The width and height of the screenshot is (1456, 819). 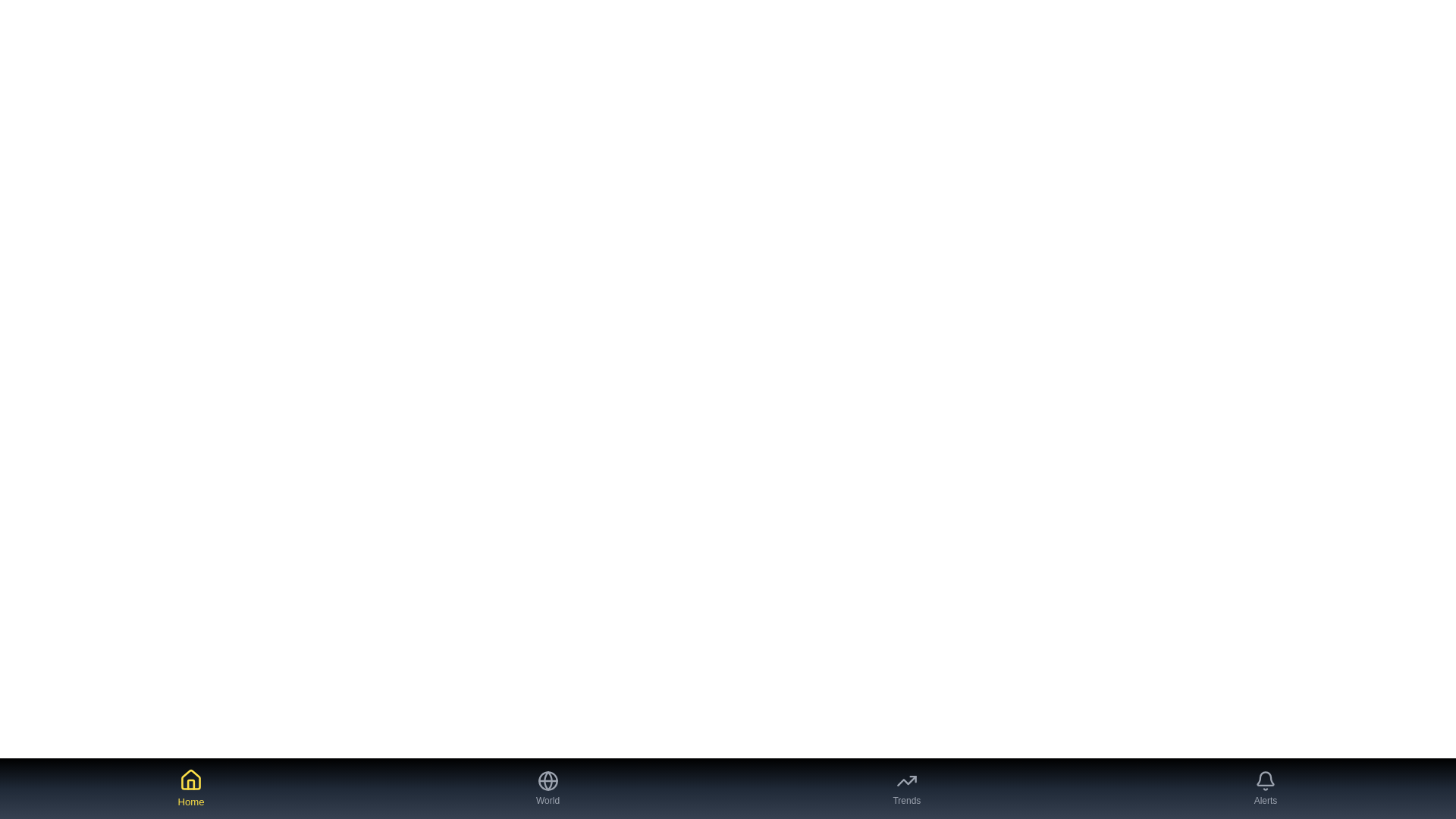 I want to click on the Home tab button to navigate to the corresponding tab, so click(x=189, y=788).